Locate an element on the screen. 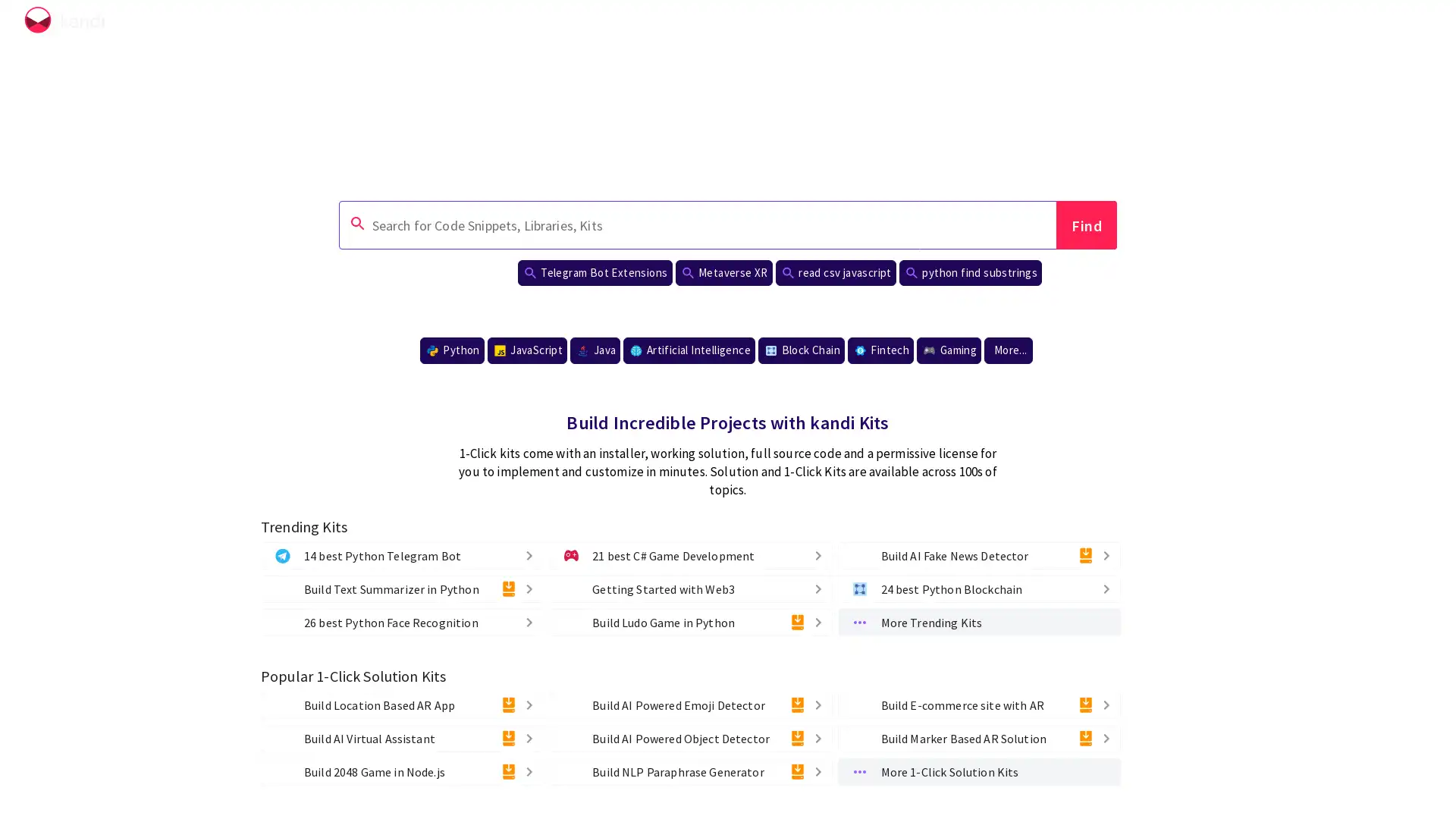 The height and width of the screenshot is (819, 1456). delete is located at coordinates (817, 587).